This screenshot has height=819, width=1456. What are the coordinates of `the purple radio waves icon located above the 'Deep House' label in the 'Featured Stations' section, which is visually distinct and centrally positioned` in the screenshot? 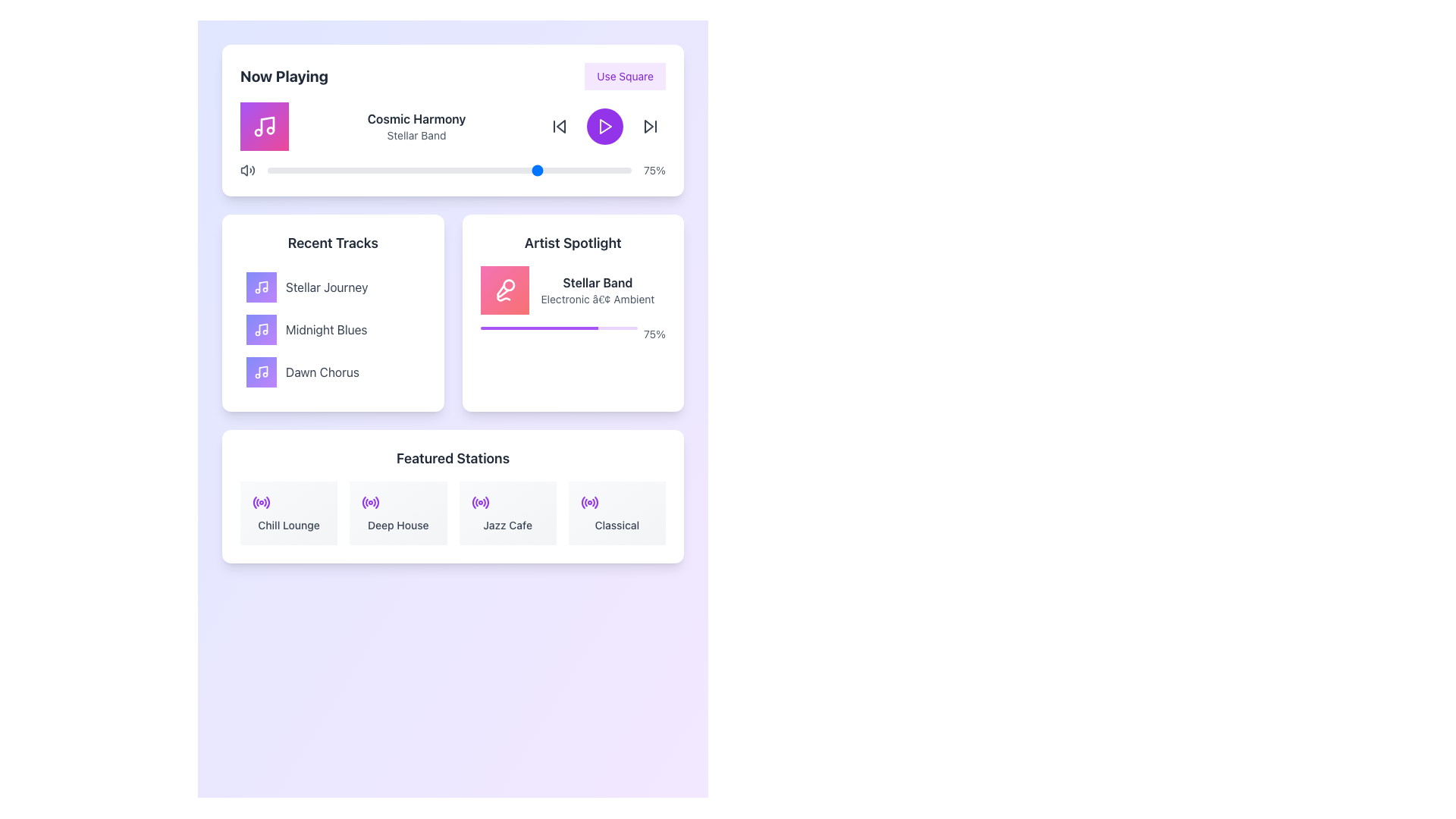 It's located at (371, 503).